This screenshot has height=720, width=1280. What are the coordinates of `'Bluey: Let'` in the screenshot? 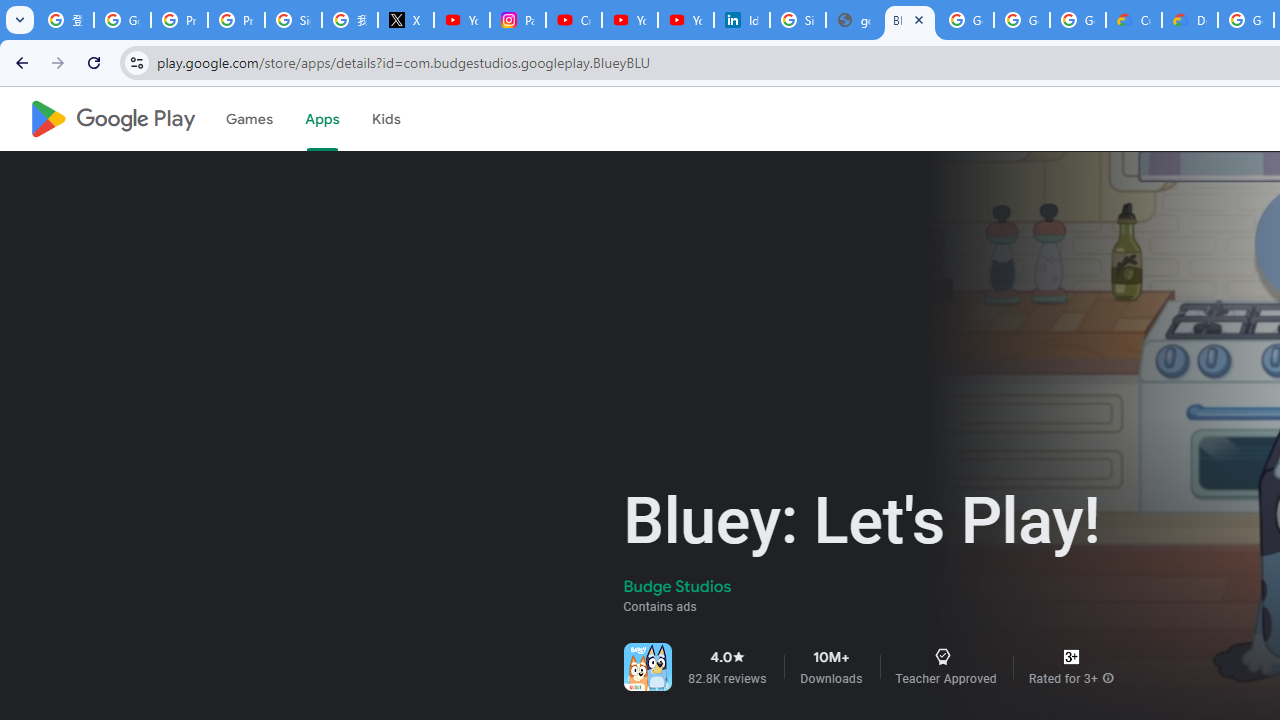 It's located at (909, 20).